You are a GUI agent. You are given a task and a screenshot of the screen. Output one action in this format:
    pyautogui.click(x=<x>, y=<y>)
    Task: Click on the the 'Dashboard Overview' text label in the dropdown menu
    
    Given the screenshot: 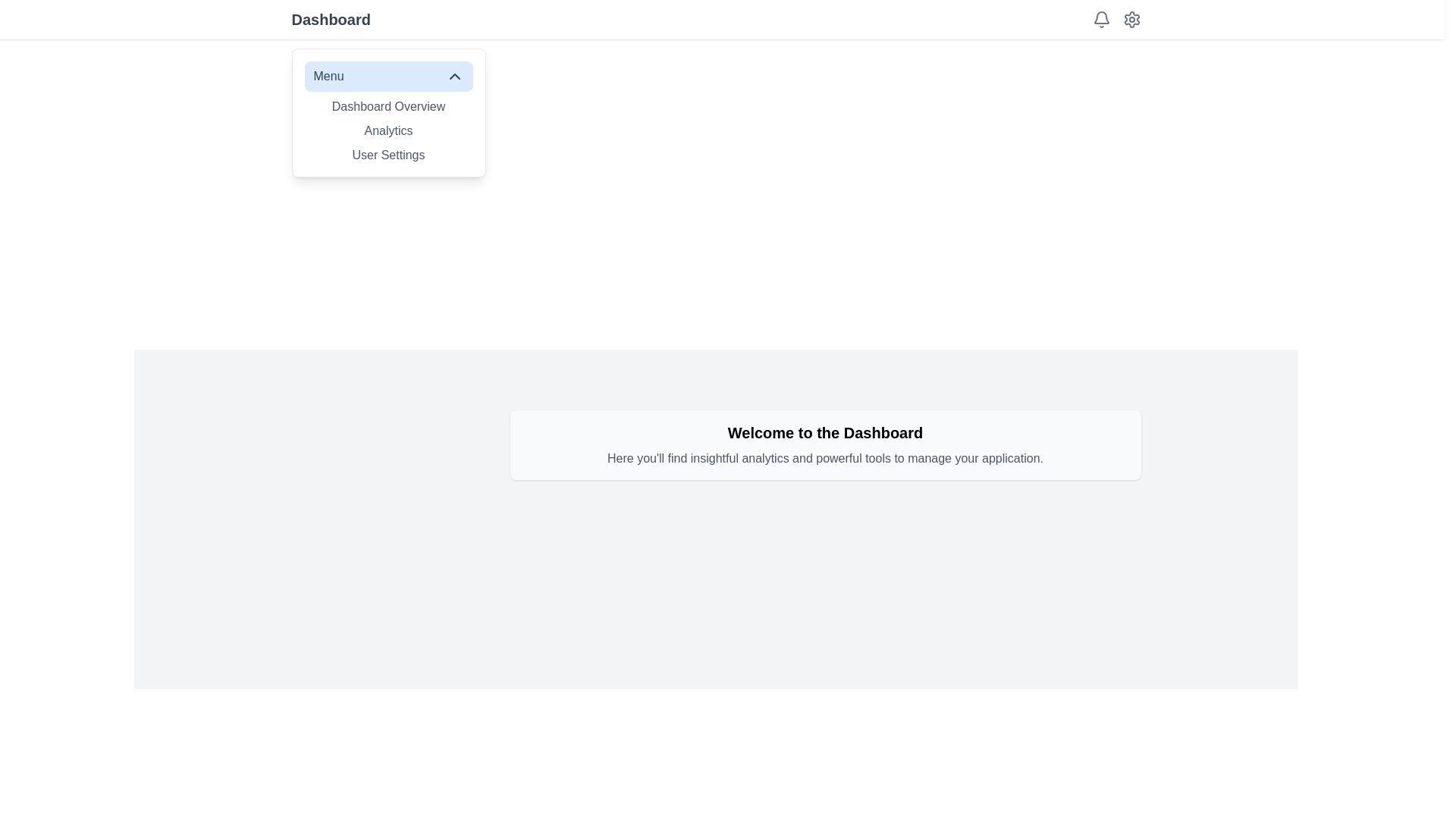 What is the action you would take?
    pyautogui.click(x=388, y=106)
    